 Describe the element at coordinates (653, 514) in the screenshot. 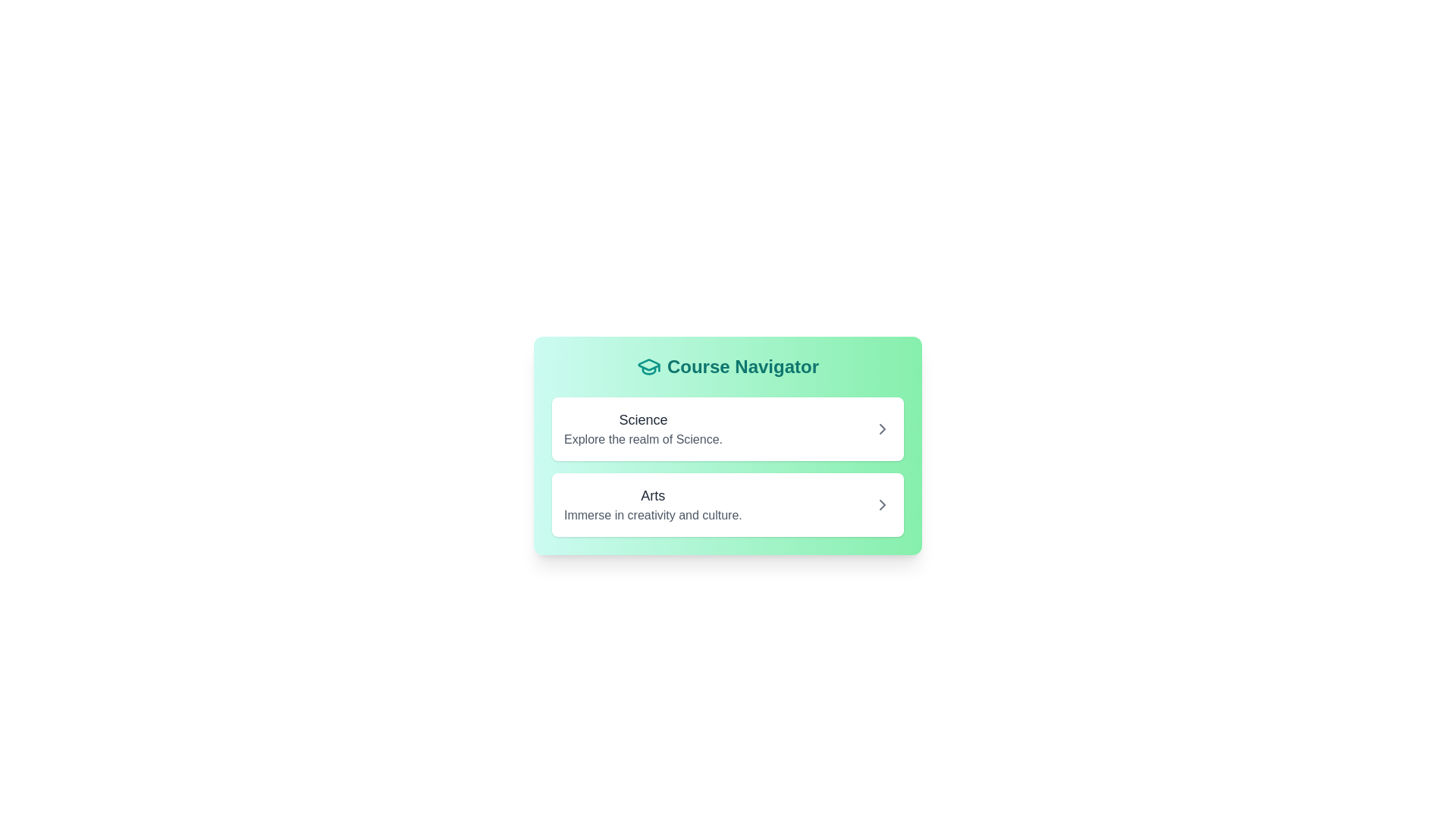

I see `the text label that says 'Immerse in creativity and culture.' which is styled in muted gray and located beneath the 'Arts' title within a white card in a green-themed interface` at that location.